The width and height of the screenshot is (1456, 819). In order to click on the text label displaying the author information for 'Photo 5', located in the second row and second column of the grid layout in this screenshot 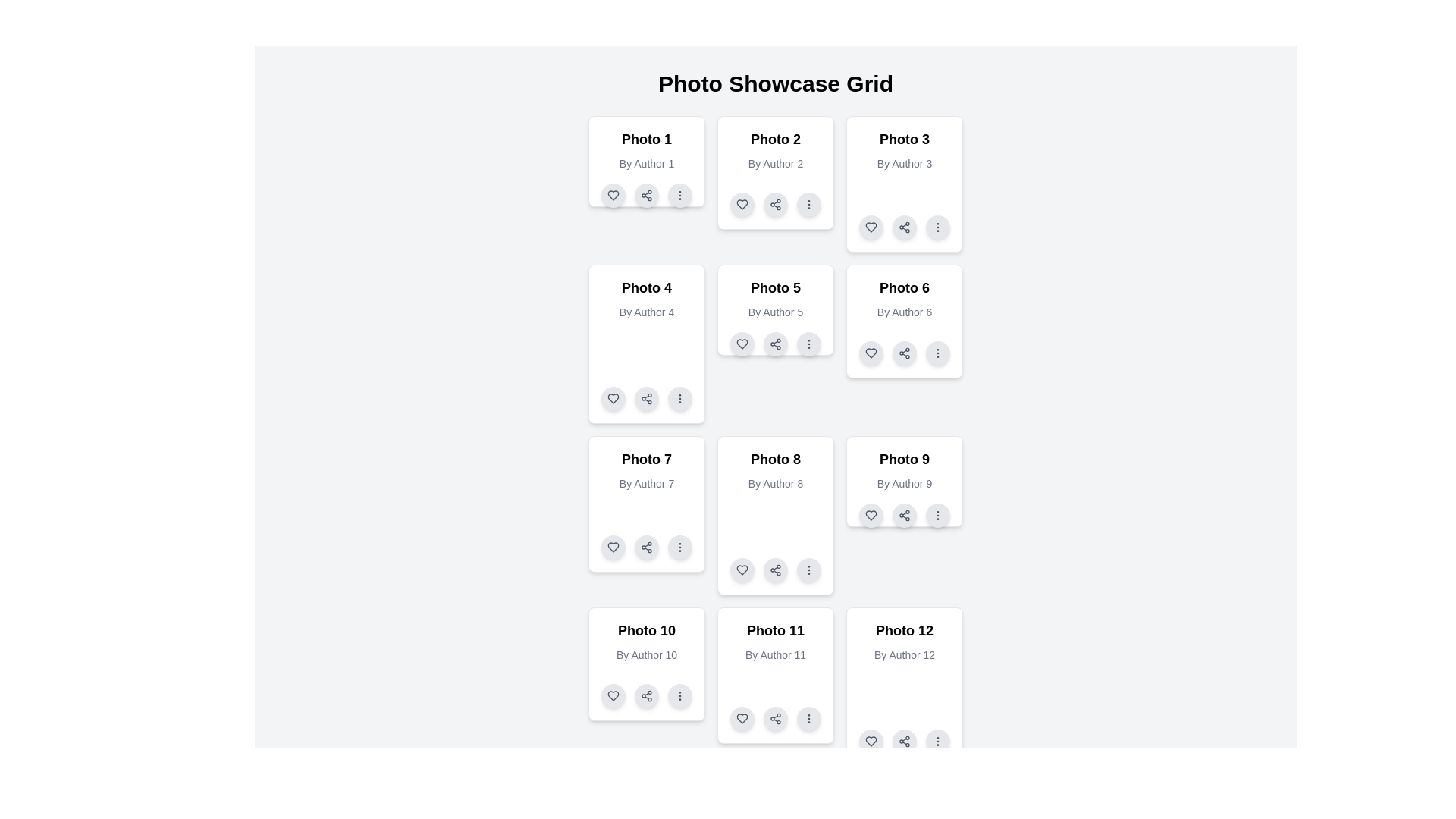, I will do `click(775, 312)`.